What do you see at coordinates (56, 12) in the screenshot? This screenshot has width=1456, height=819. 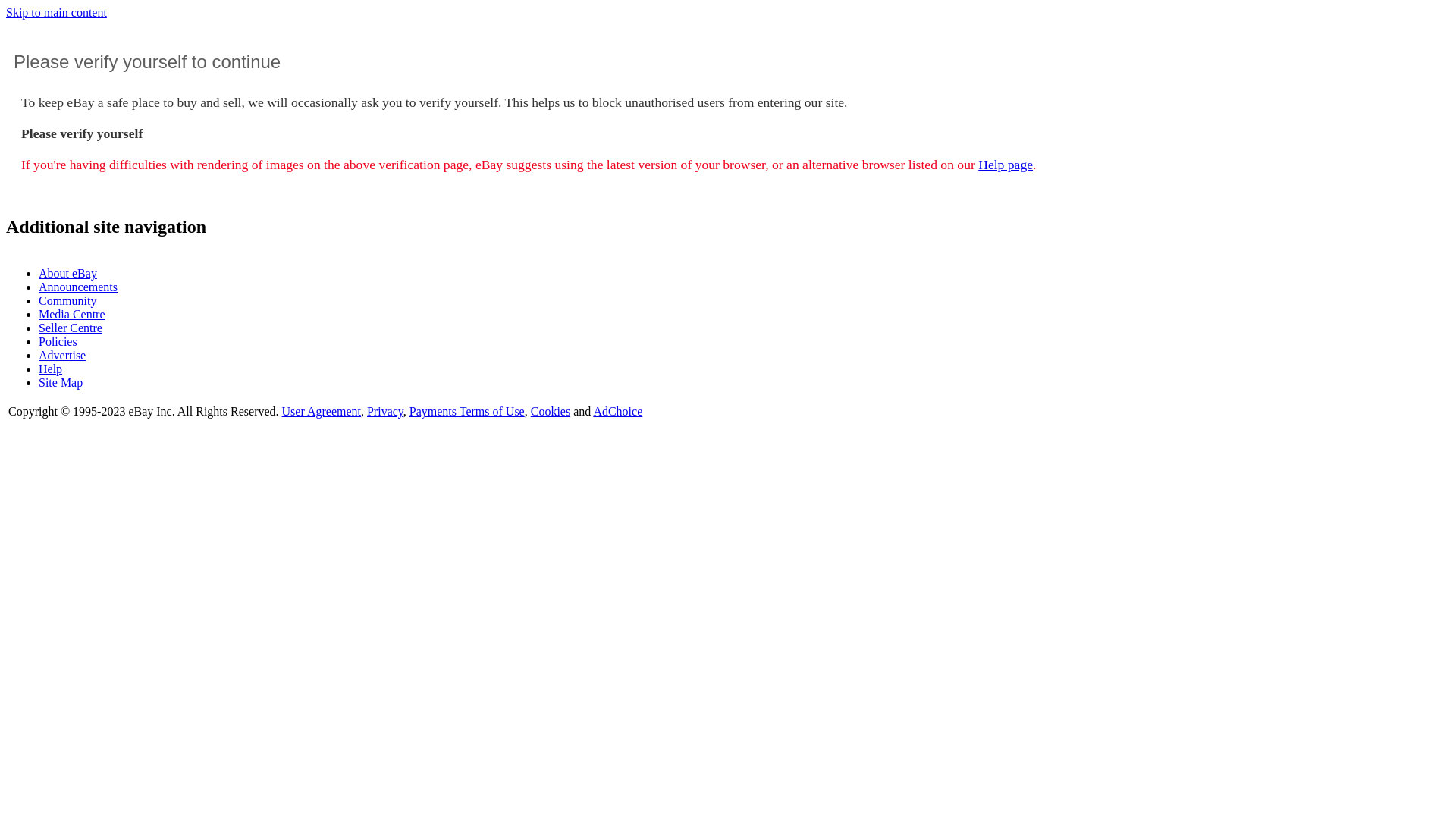 I see `'Skip to main content'` at bounding box center [56, 12].